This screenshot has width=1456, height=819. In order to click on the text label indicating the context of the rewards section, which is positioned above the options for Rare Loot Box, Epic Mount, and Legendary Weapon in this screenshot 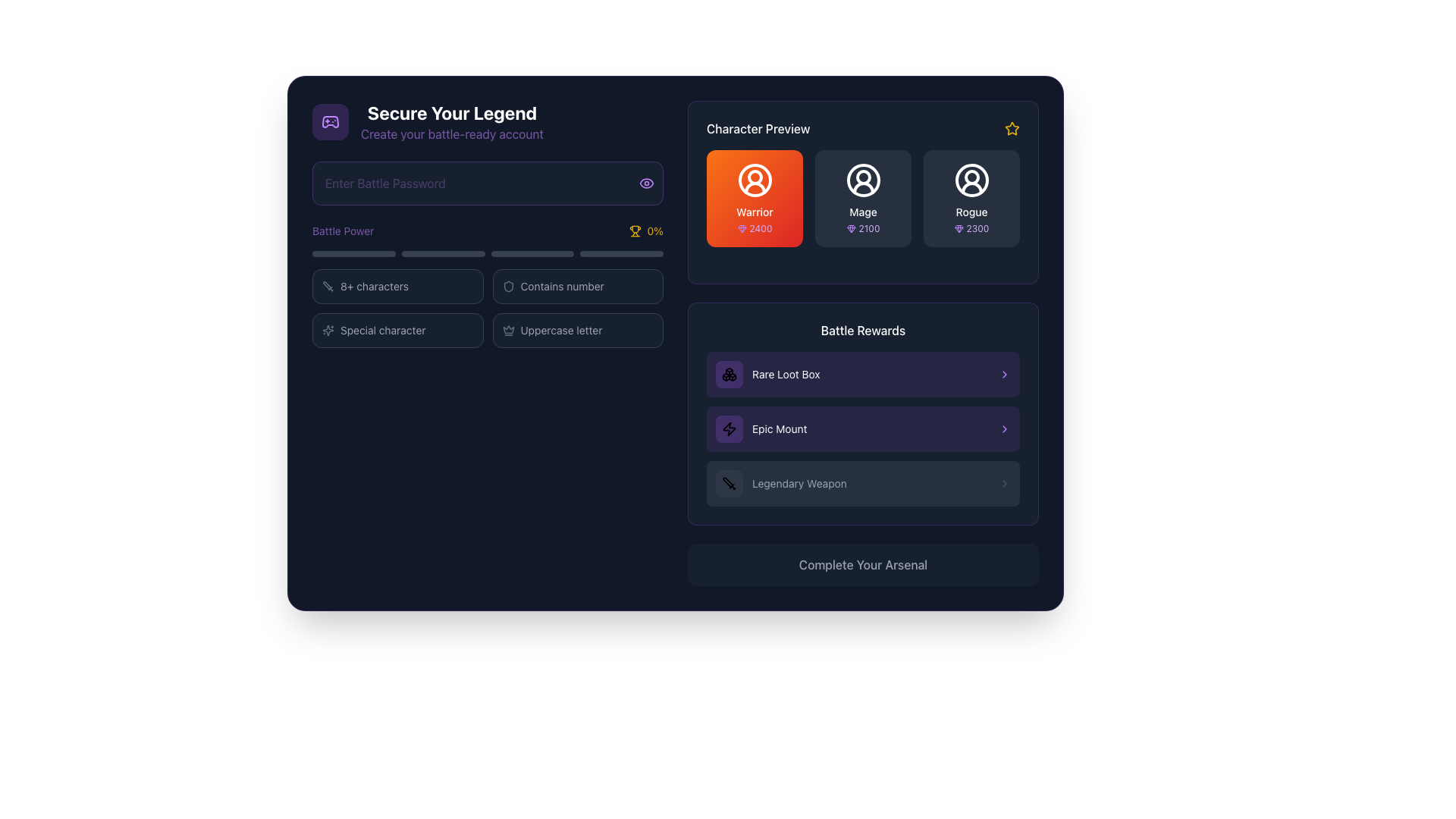, I will do `click(863, 329)`.